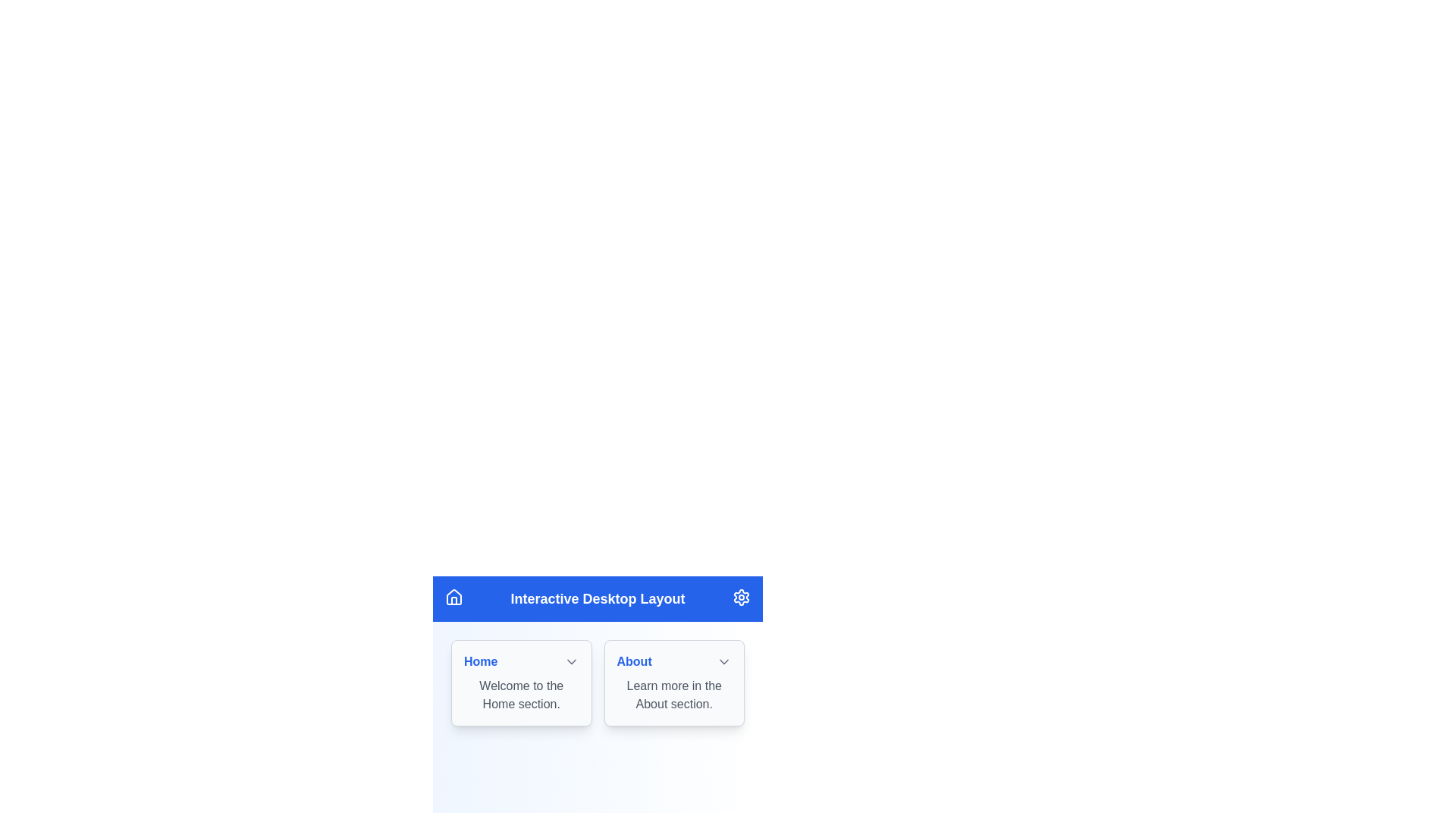  What do you see at coordinates (597, 598) in the screenshot?
I see `the text component displaying 'Interactive Desktop Layout' in bold white font, located in the center of the blue header bar` at bounding box center [597, 598].